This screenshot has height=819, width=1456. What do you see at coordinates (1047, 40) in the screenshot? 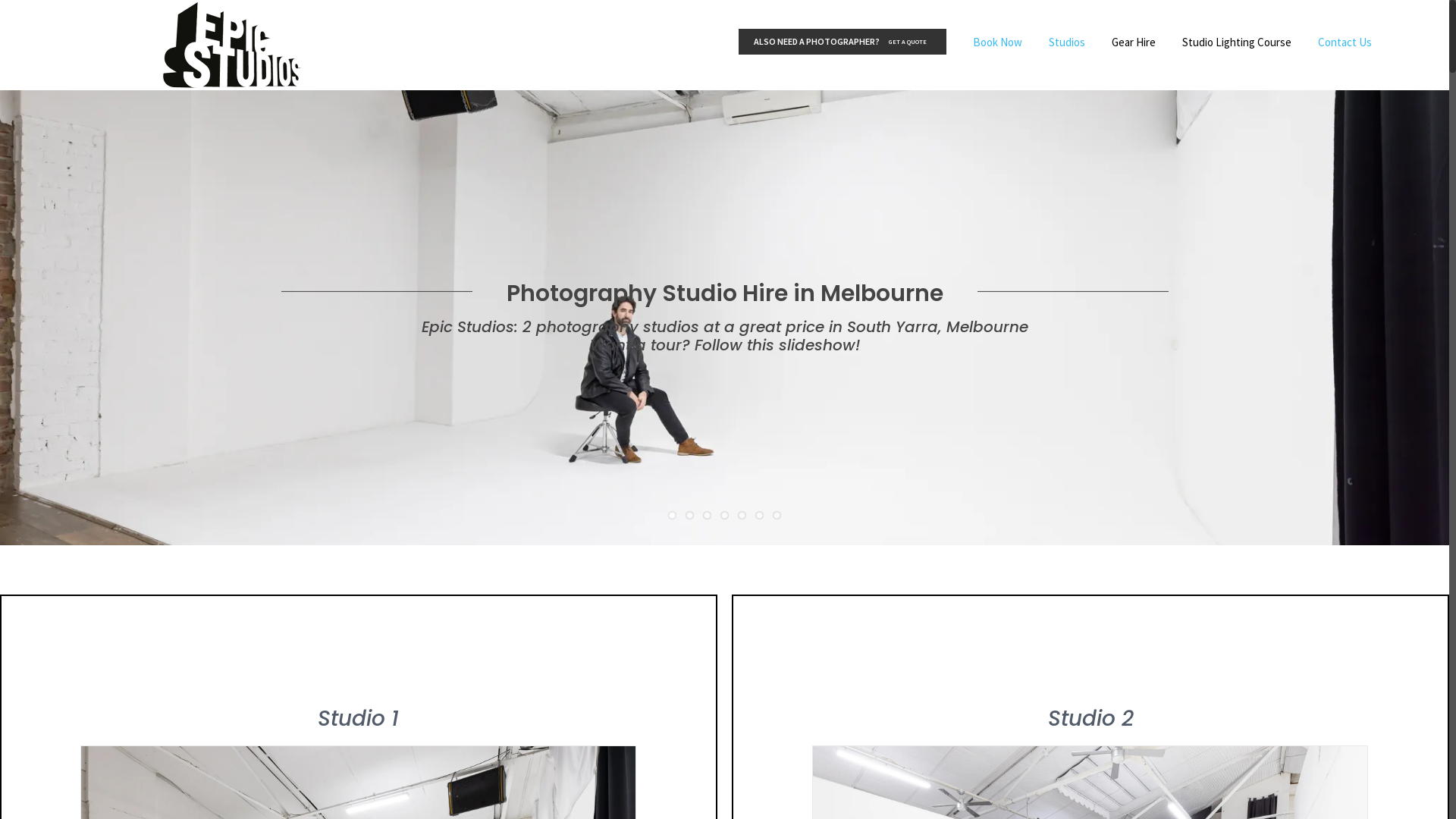
I see `'Studios'` at bounding box center [1047, 40].